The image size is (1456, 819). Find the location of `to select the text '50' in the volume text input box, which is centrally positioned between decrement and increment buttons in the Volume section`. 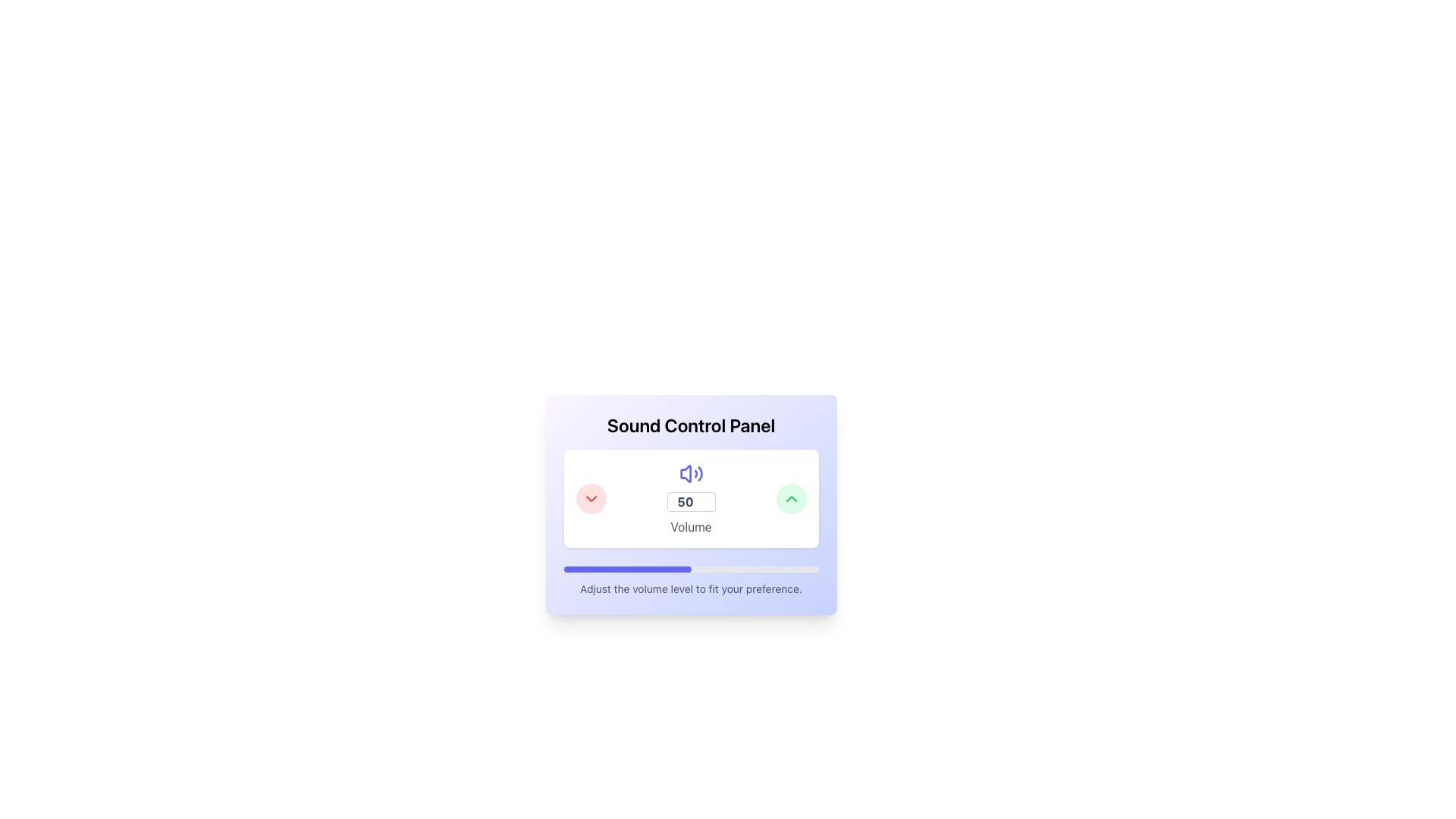

to select the text '50' in the volume text input box, which is centrally positioned between decrement and increment buttons in the Volume section is located at coordinates (690, 502).